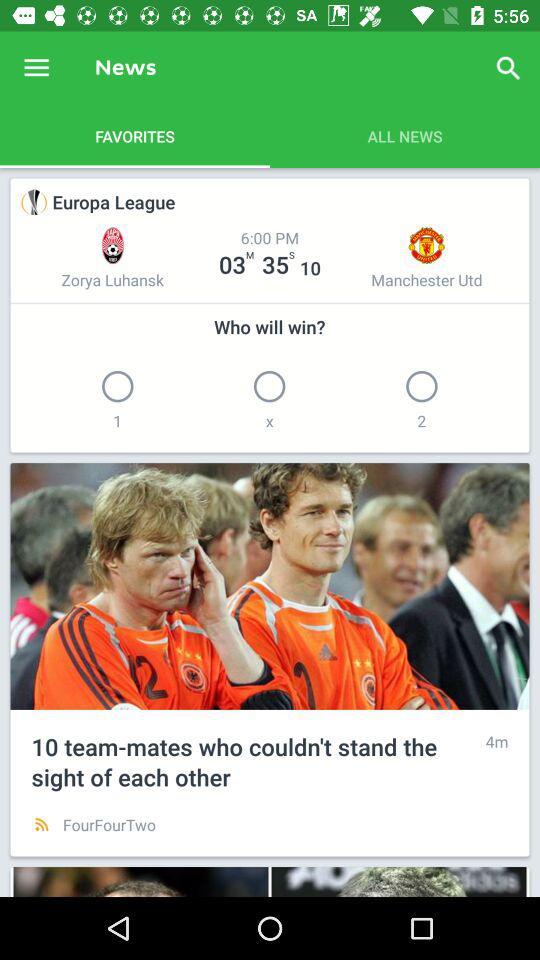 Image resolution: width=540 pixels, height=960 pixels. I want to click on icon next to the news item, so click(36, 68).